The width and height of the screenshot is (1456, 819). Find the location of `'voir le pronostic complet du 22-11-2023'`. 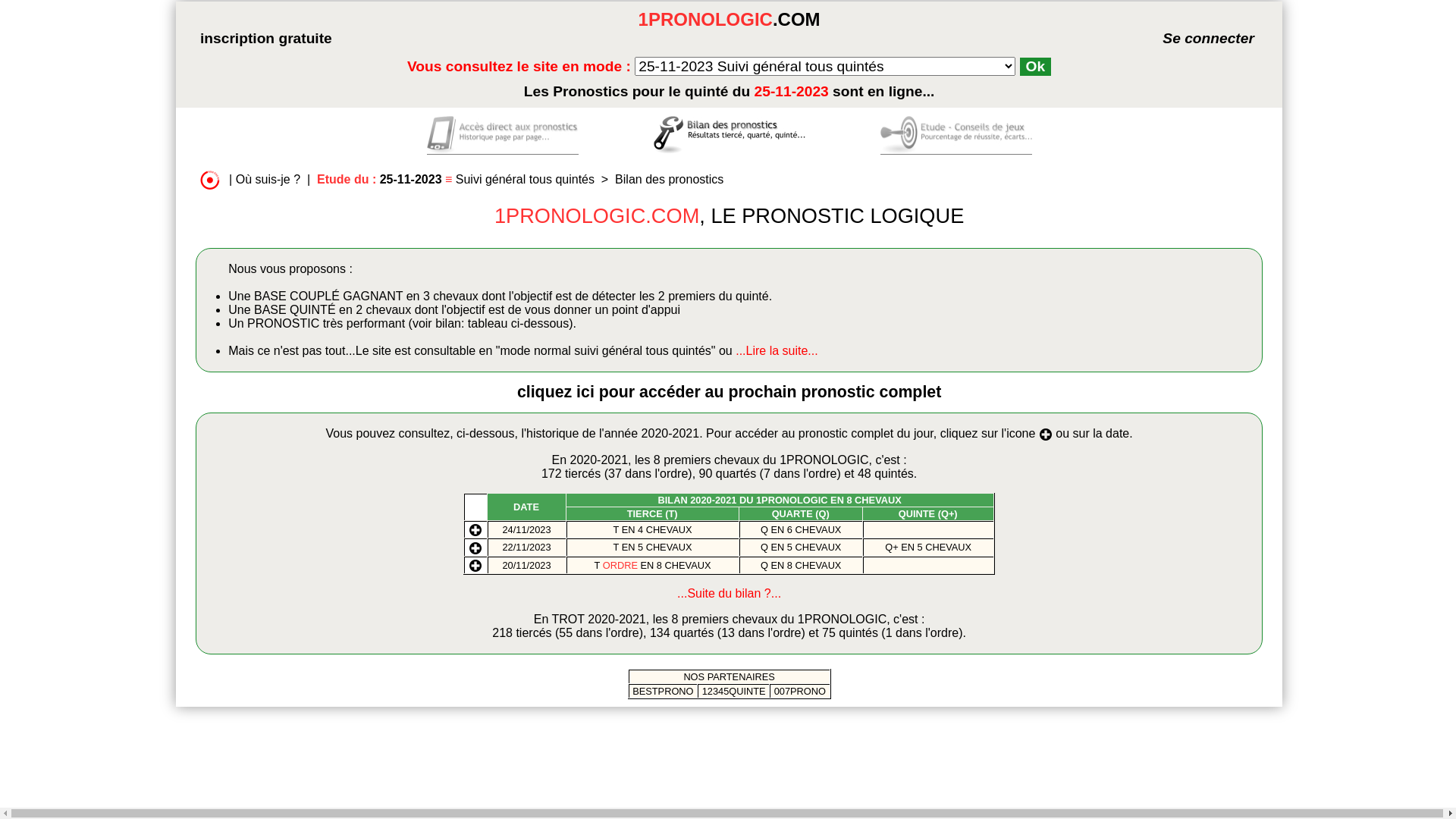

'voir le pronostic complet du 22-11-2023' is located at coordinates (475, 546).